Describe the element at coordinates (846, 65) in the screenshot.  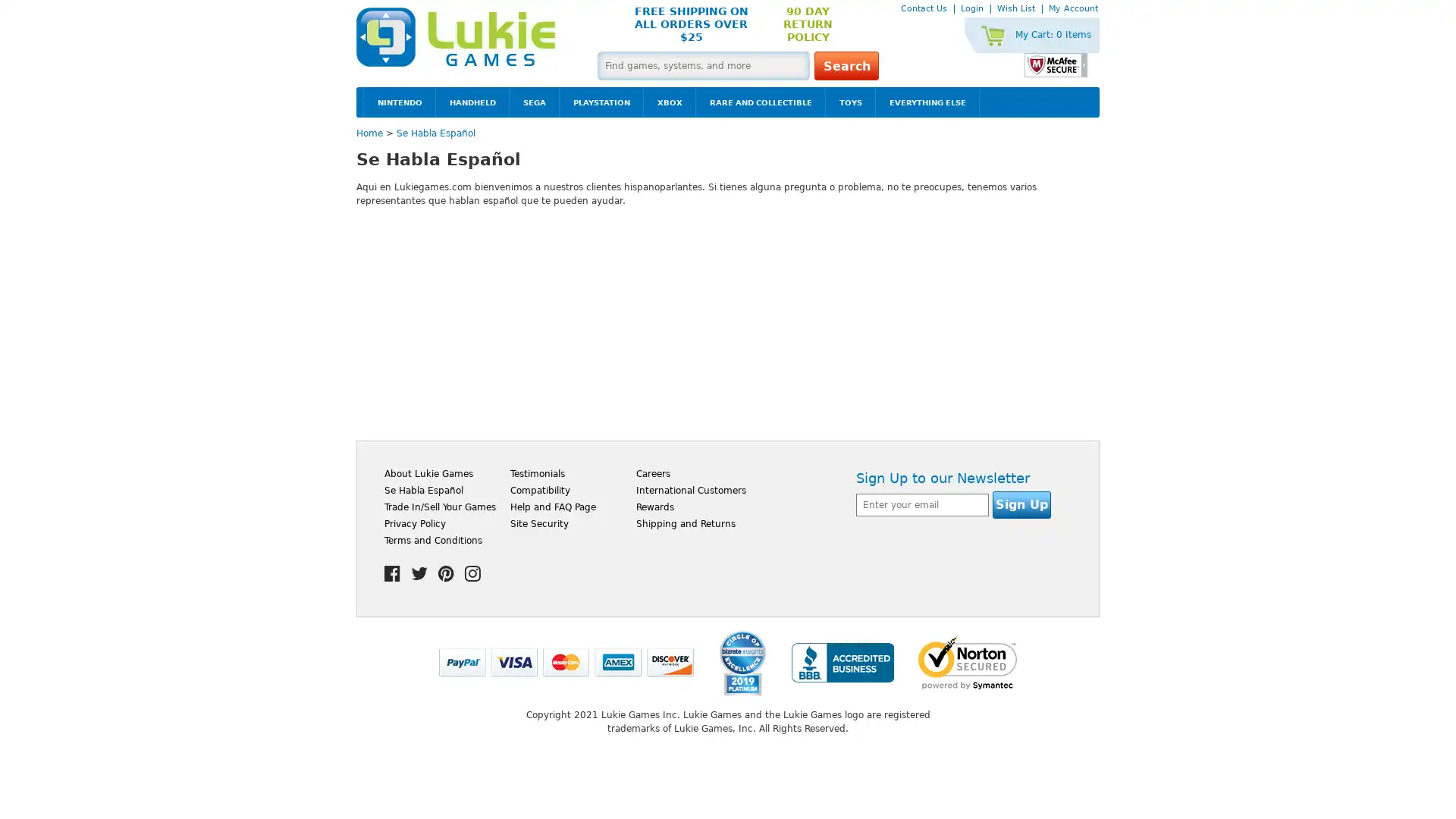
I see `Search` at that location.